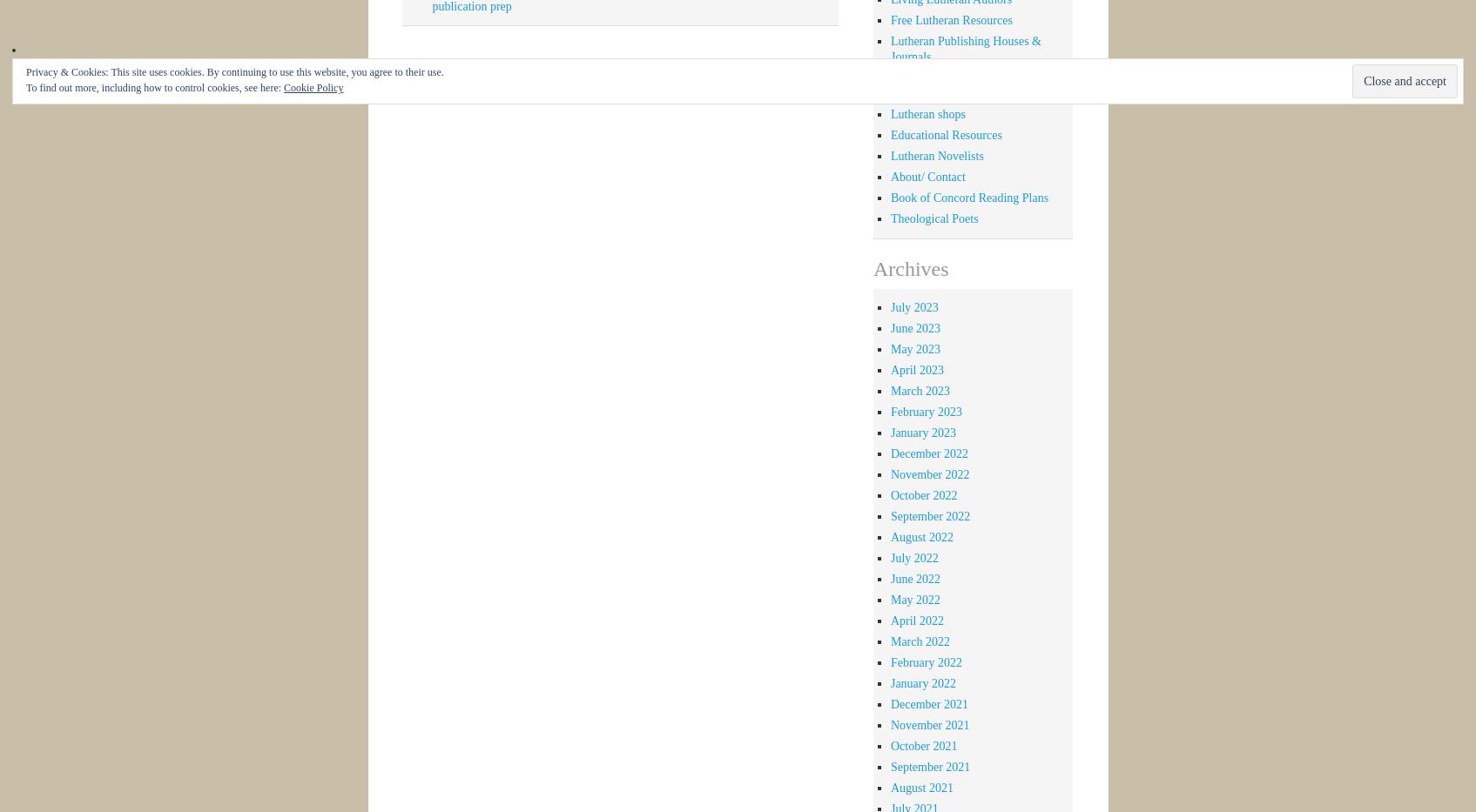 The width and height of the screenshot is (1476, 812). I want to click on 'February 2022', so click(925, 661).